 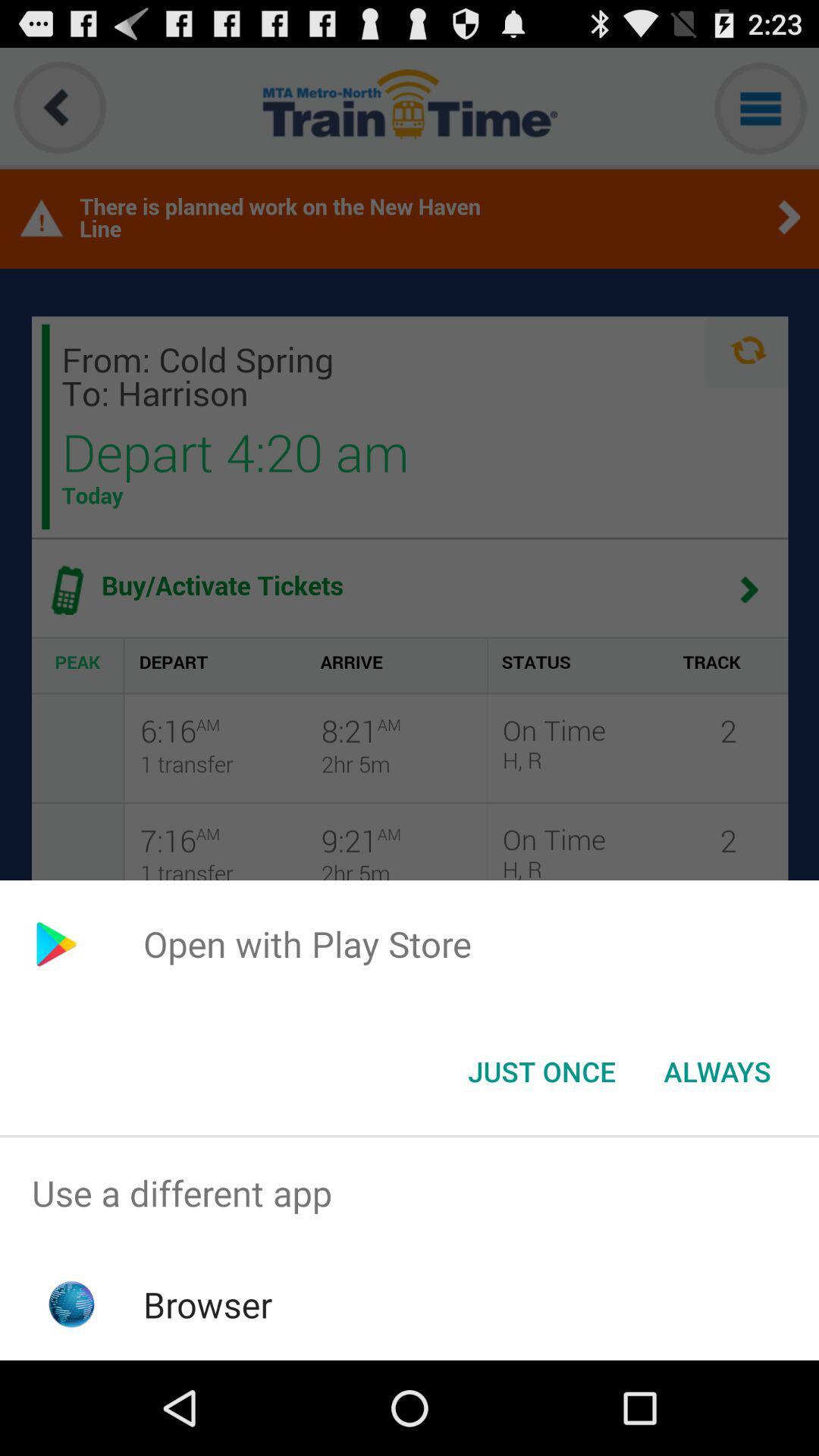 I want to click on the always, so click(x=717, y=1070).